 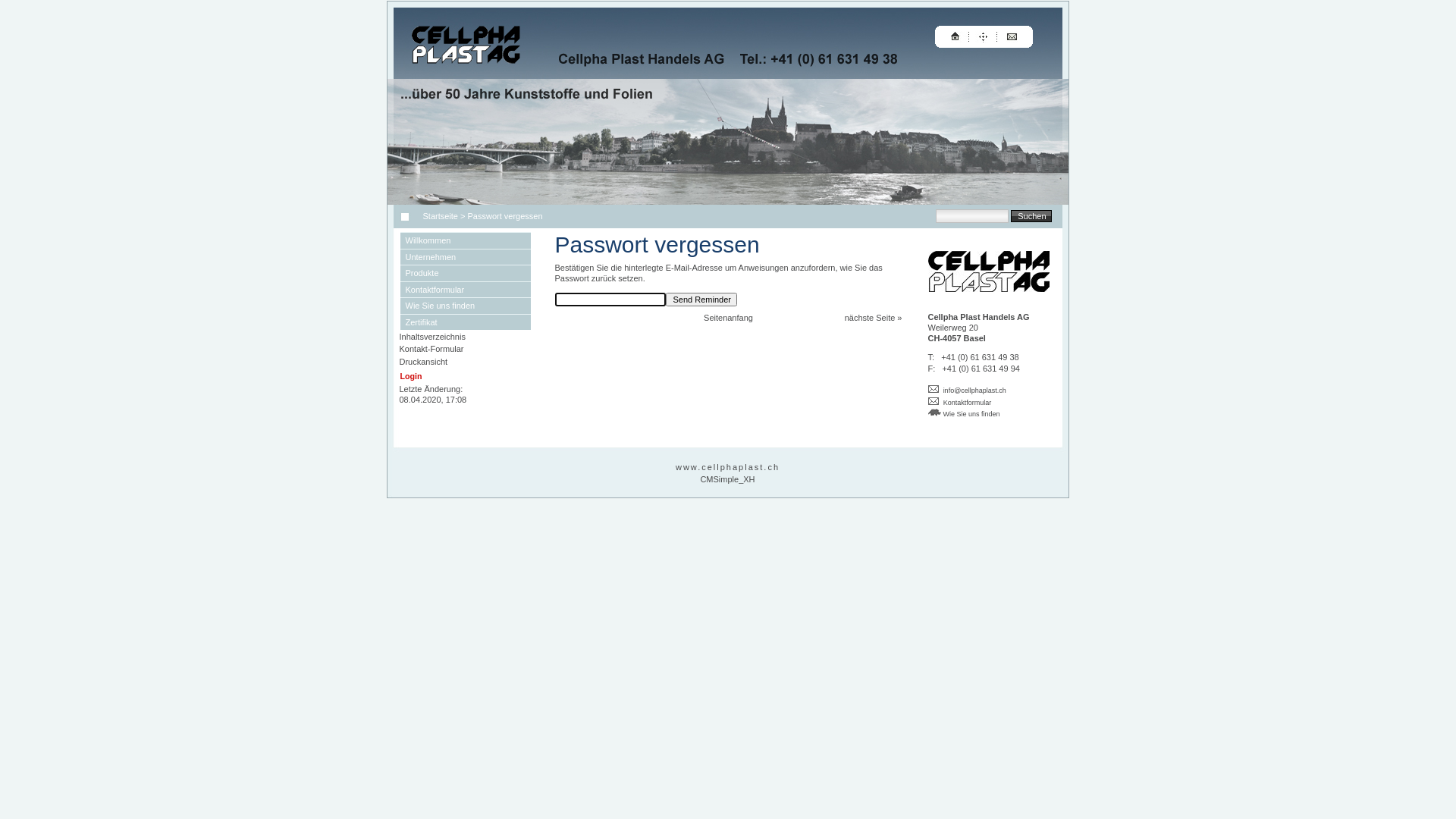 I want to click on 'Suchen', so click(x=1031, y=215).